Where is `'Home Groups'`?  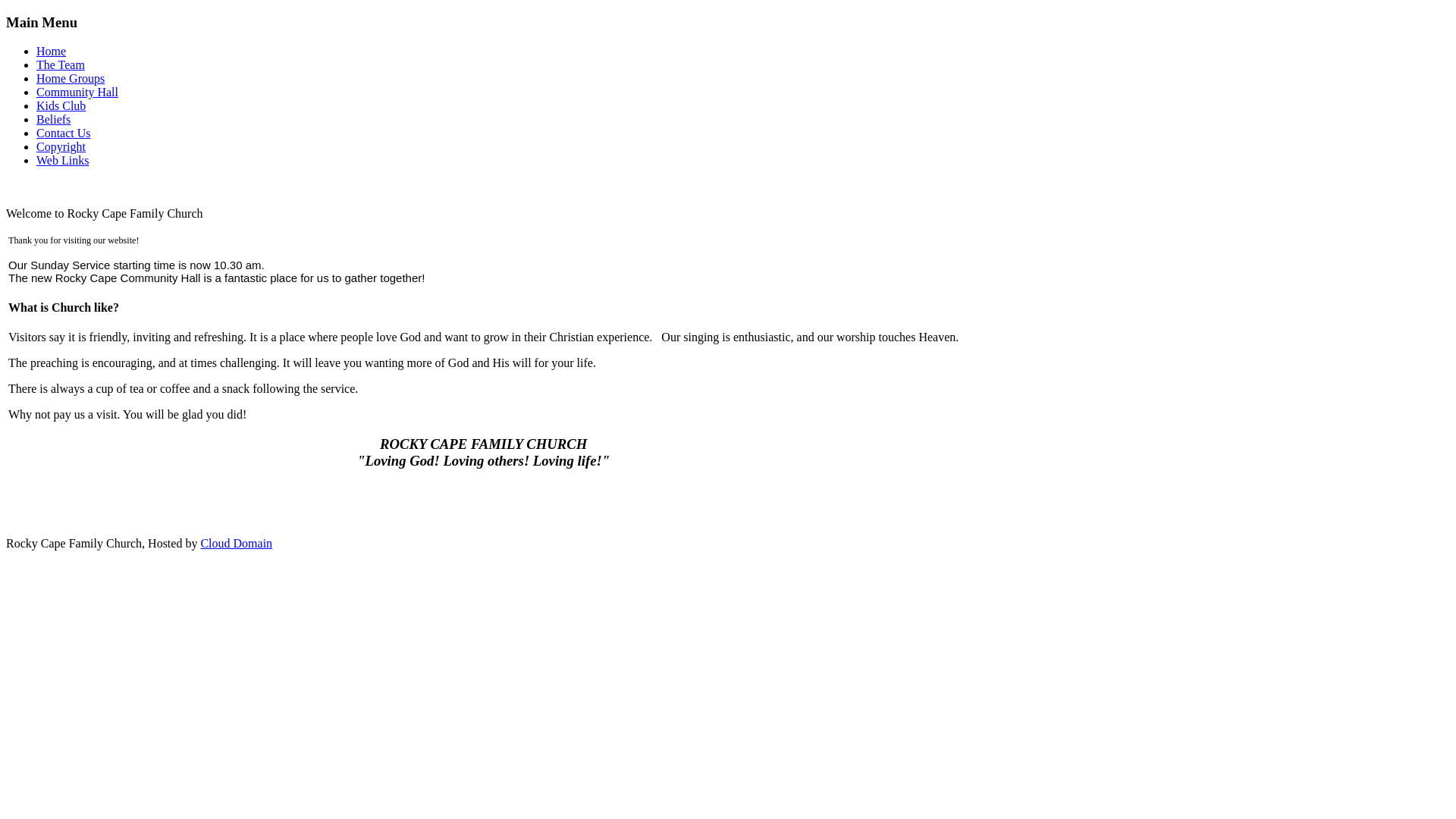
'Home Groups' is located at coordinates (69, 78).